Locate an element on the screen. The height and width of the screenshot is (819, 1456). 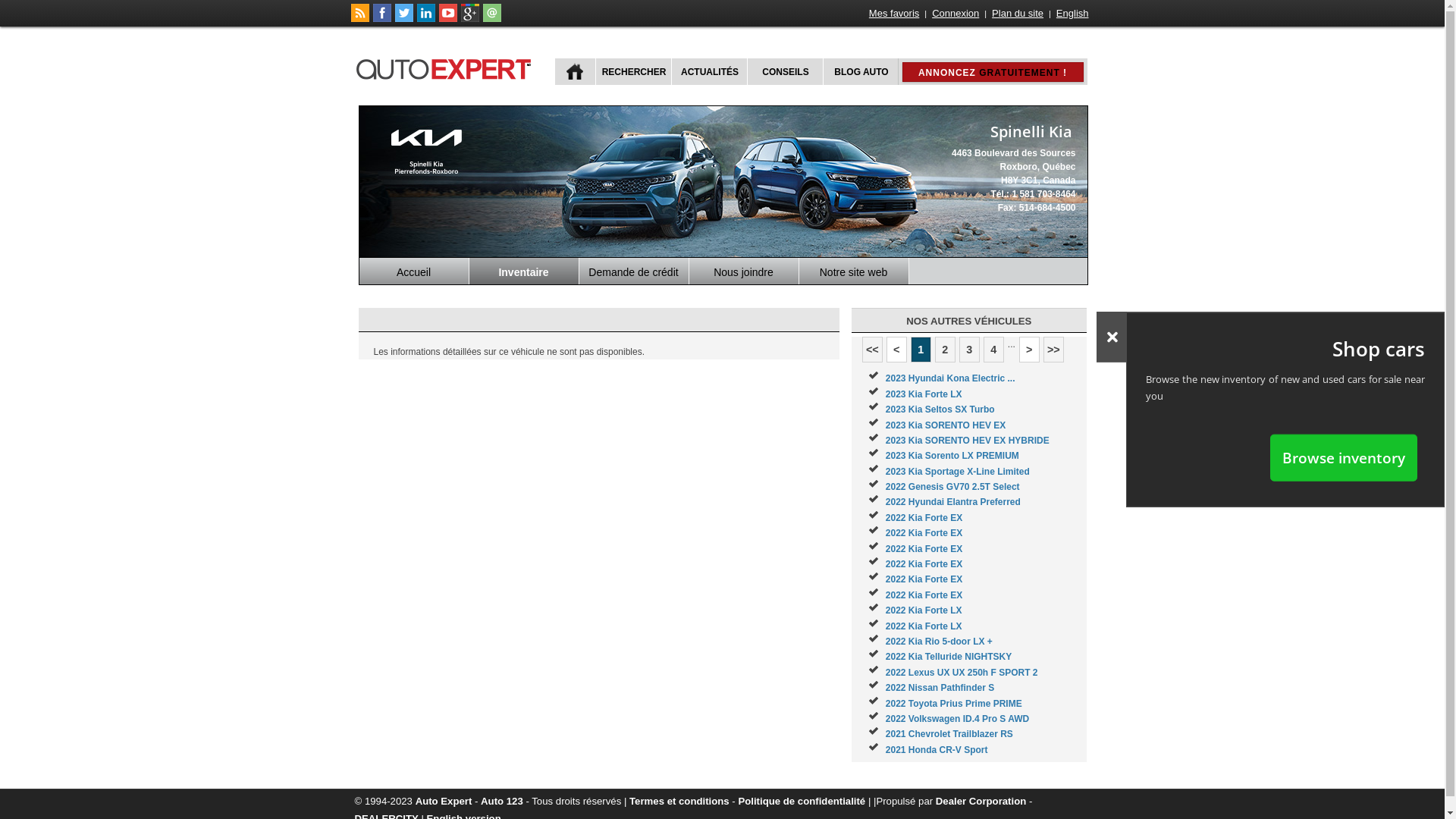
'2022 Kia Forte EX' is located at coordinates (923, 549).